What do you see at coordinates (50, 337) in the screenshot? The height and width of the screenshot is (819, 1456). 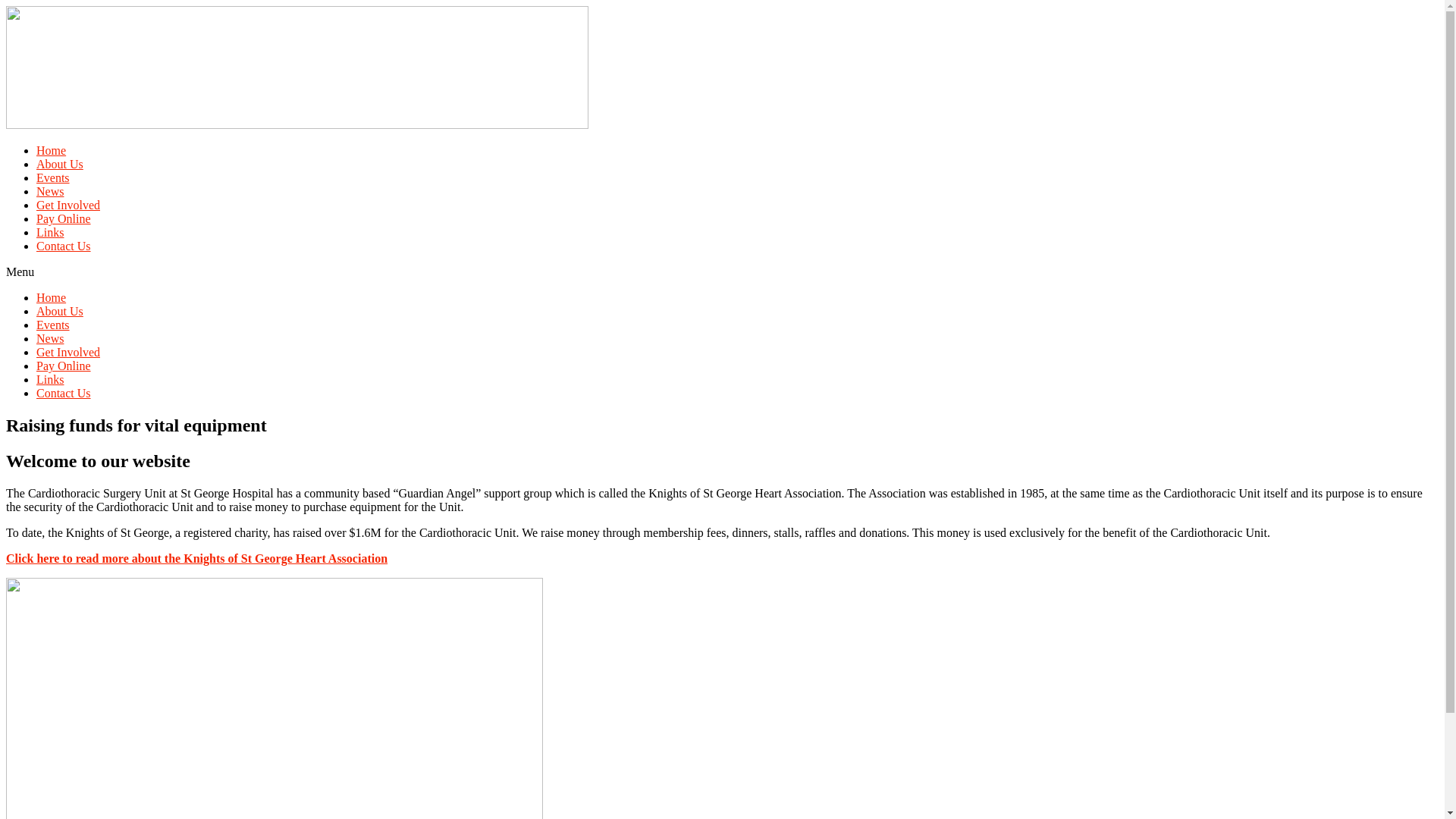 I see `'News'` at bounding box center [50, 337].